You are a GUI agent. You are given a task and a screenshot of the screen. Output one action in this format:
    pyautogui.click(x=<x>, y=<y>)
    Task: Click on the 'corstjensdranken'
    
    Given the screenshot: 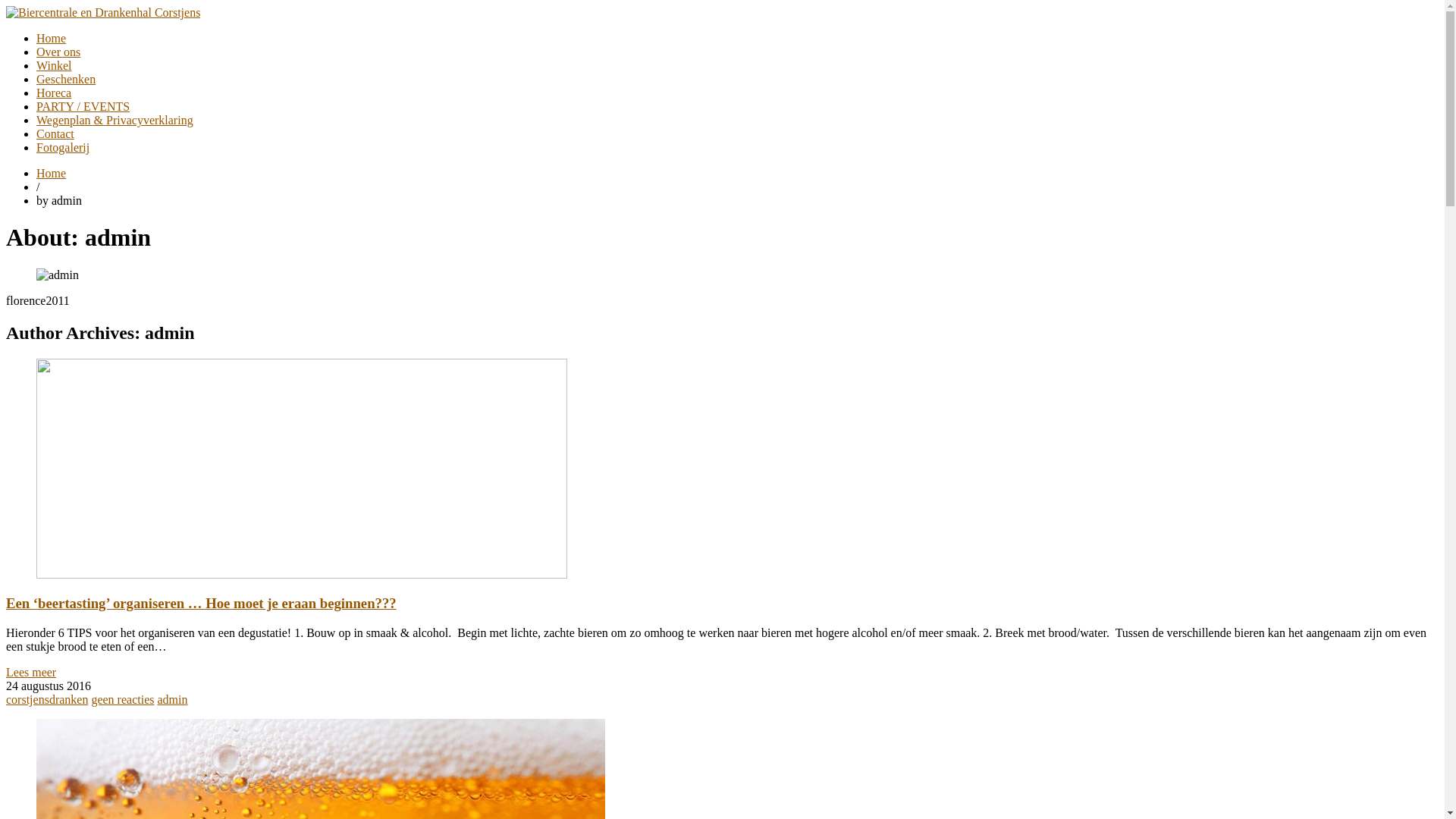 What is the action you would take?
    pyautogui.click(x=47, y=699)
    